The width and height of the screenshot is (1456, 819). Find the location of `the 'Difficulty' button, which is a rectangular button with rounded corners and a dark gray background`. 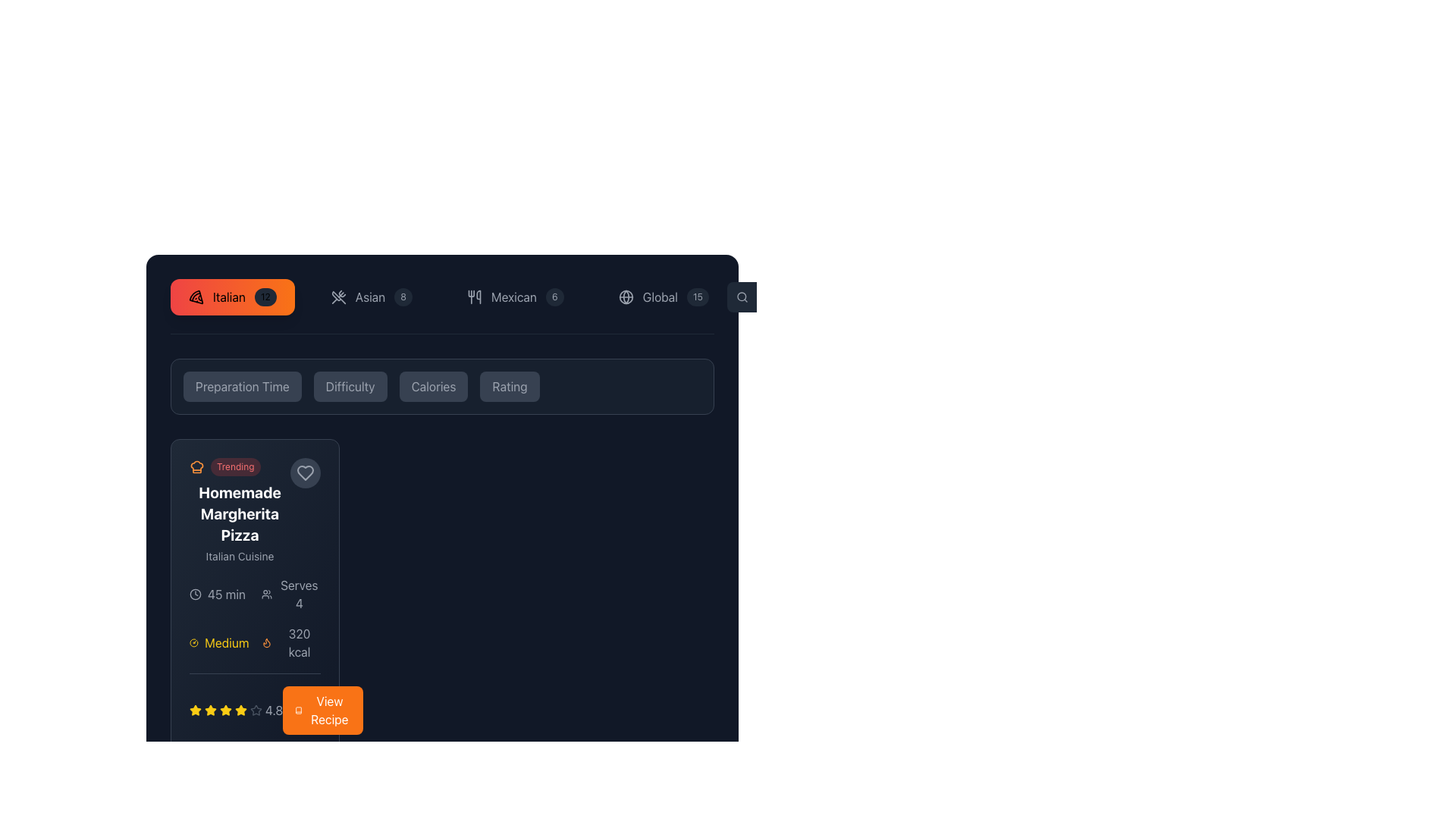

the 'Difficulty' button, which is a rectangular button with rounded corners and a dark gray background is located at coordinates (350, 385).